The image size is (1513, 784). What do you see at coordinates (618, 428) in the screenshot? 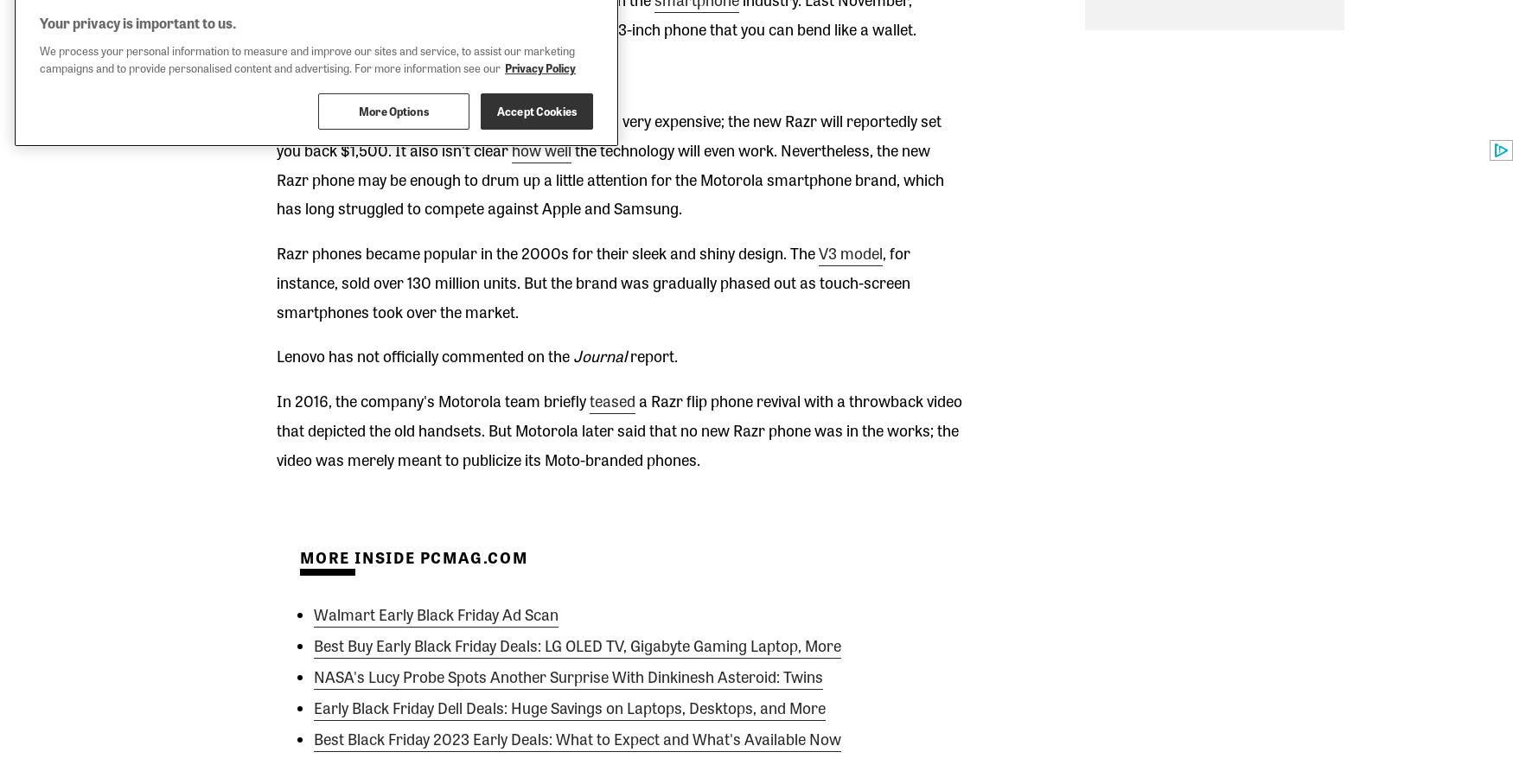
I see `'a Razr flip phone revival with a throwback video that depicted the old handsets. But Motorola later said that no new Razr phone was in the works; the video was merely meant to publicize its Moto-branded phones.'` at bounding box center [618, 428].